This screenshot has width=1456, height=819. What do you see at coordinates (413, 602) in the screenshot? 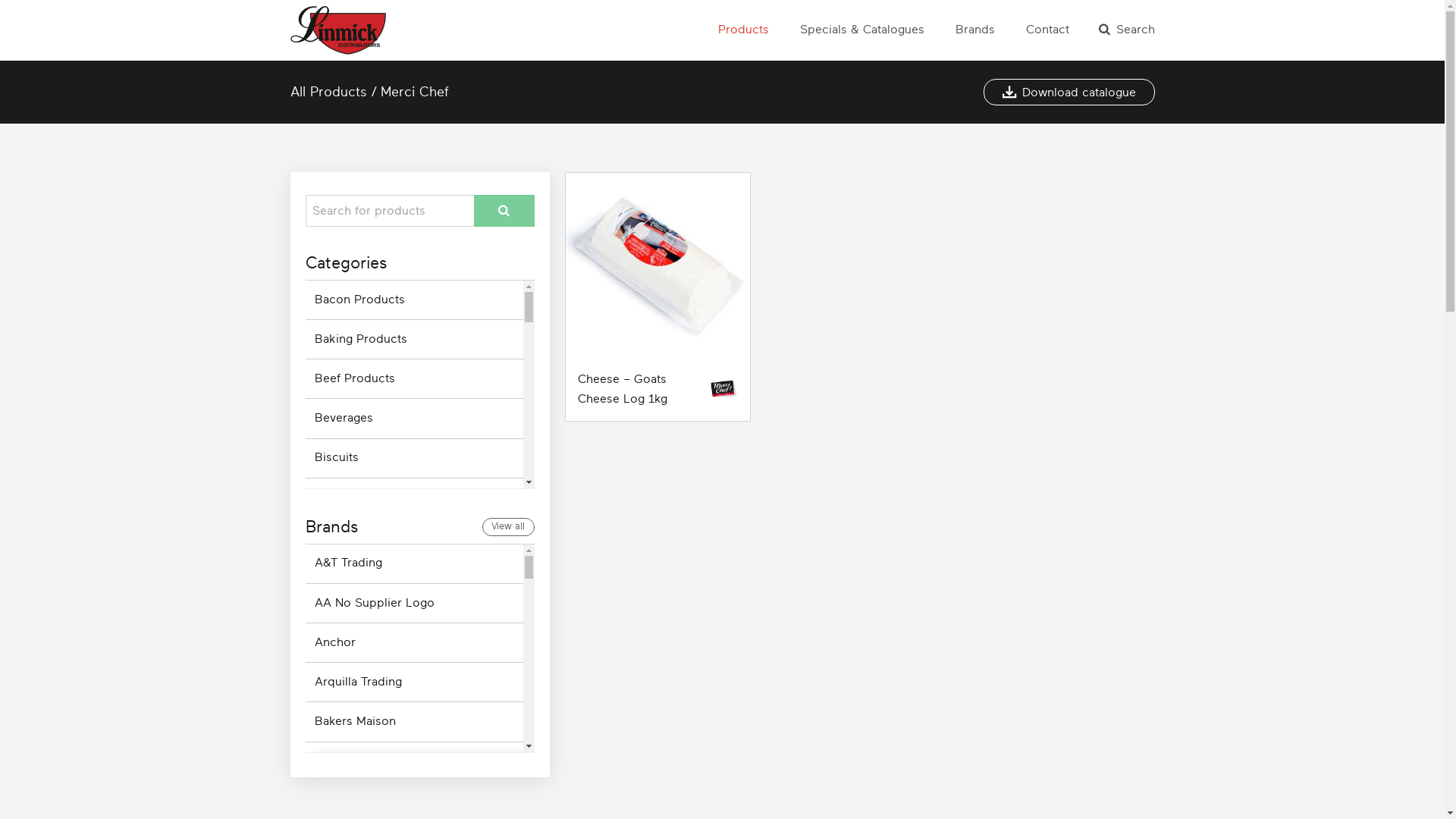
I see `'AA No Supplier Logo'` at bounding box center [413, 602].